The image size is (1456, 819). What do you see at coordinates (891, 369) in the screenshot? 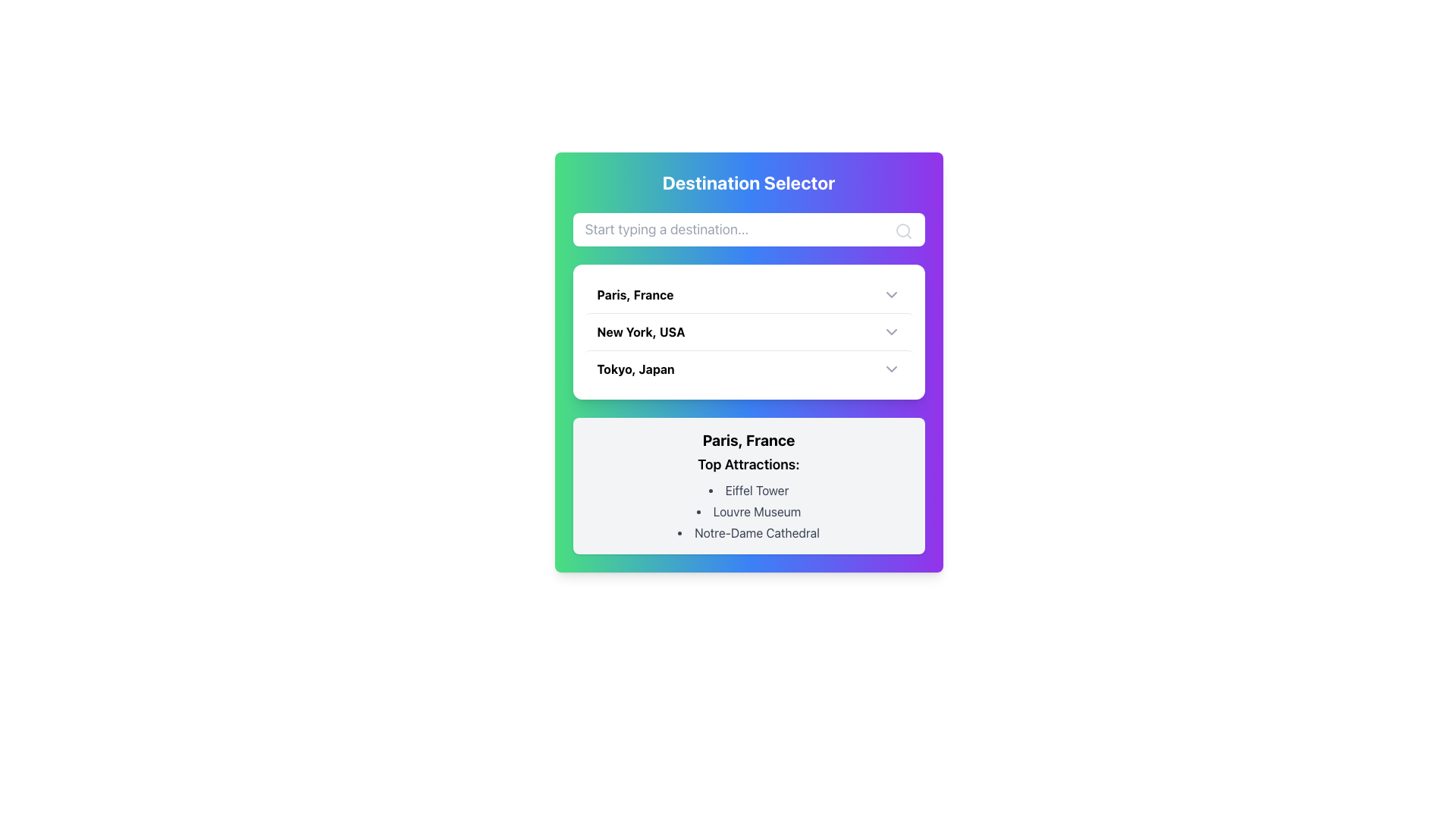
I see `the dropdown indicator icon for the 'Tokyo, Japan' option, which is located to the far right of the label, indicating expandable options` at bounding box center [891, 369].